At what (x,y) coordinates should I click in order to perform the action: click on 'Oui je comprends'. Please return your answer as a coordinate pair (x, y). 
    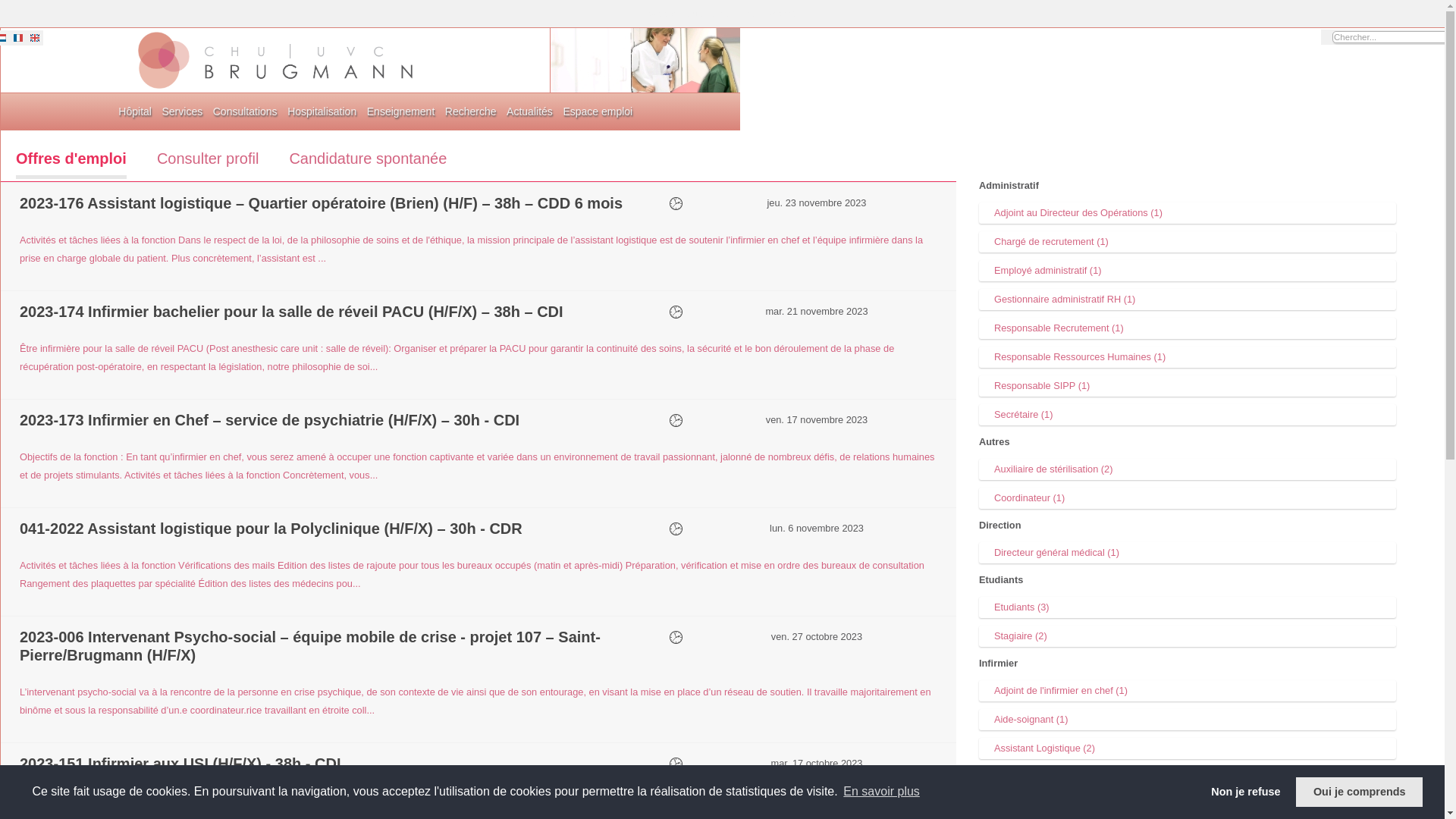
    Looking at the image, I should click on (1359, 791).